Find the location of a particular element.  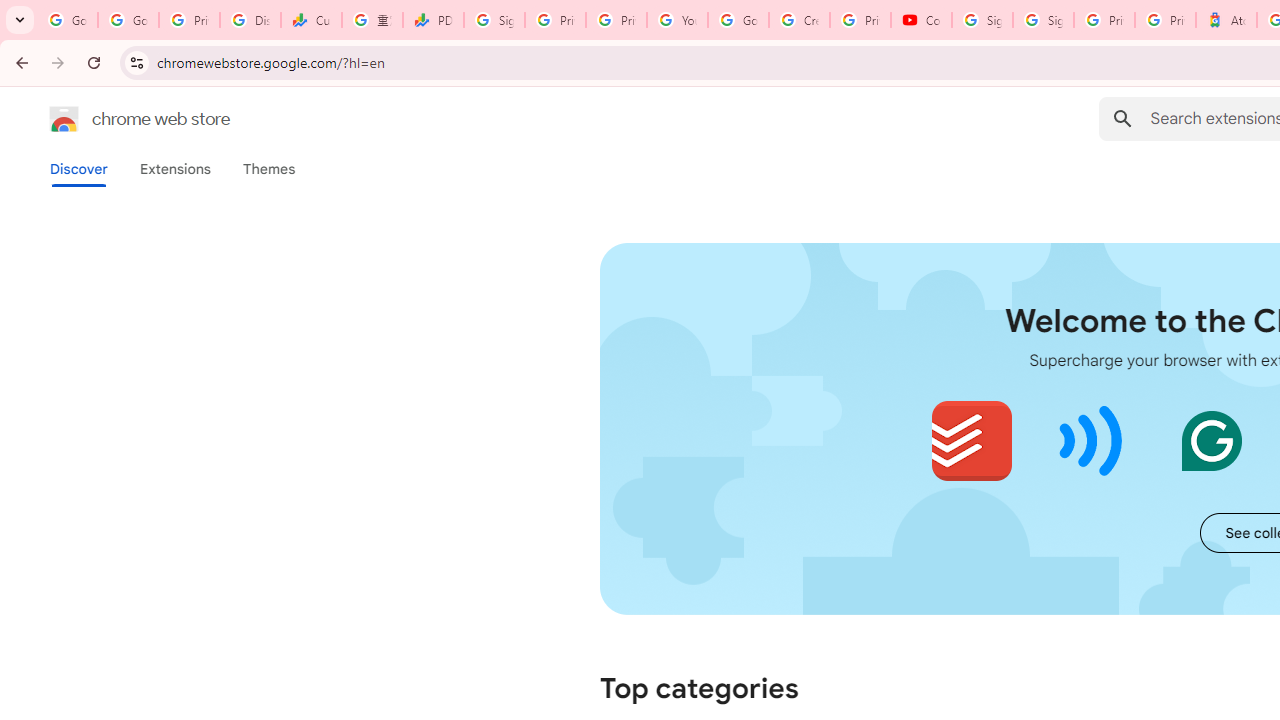

'YouTube' is located at coordinates (677, 20).